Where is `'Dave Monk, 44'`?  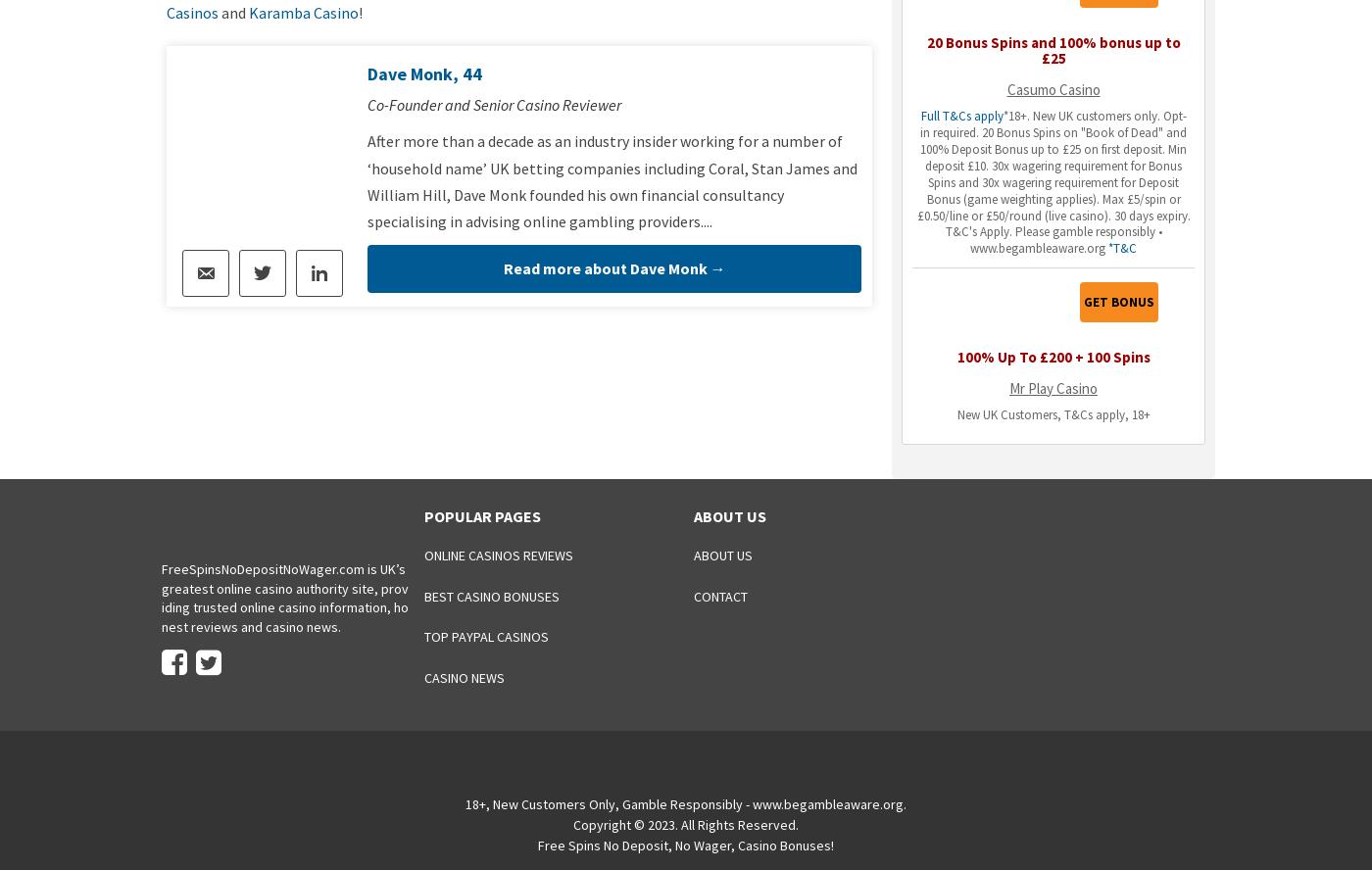 'Dave Monk, 44' is located at coordinates (424, 72).